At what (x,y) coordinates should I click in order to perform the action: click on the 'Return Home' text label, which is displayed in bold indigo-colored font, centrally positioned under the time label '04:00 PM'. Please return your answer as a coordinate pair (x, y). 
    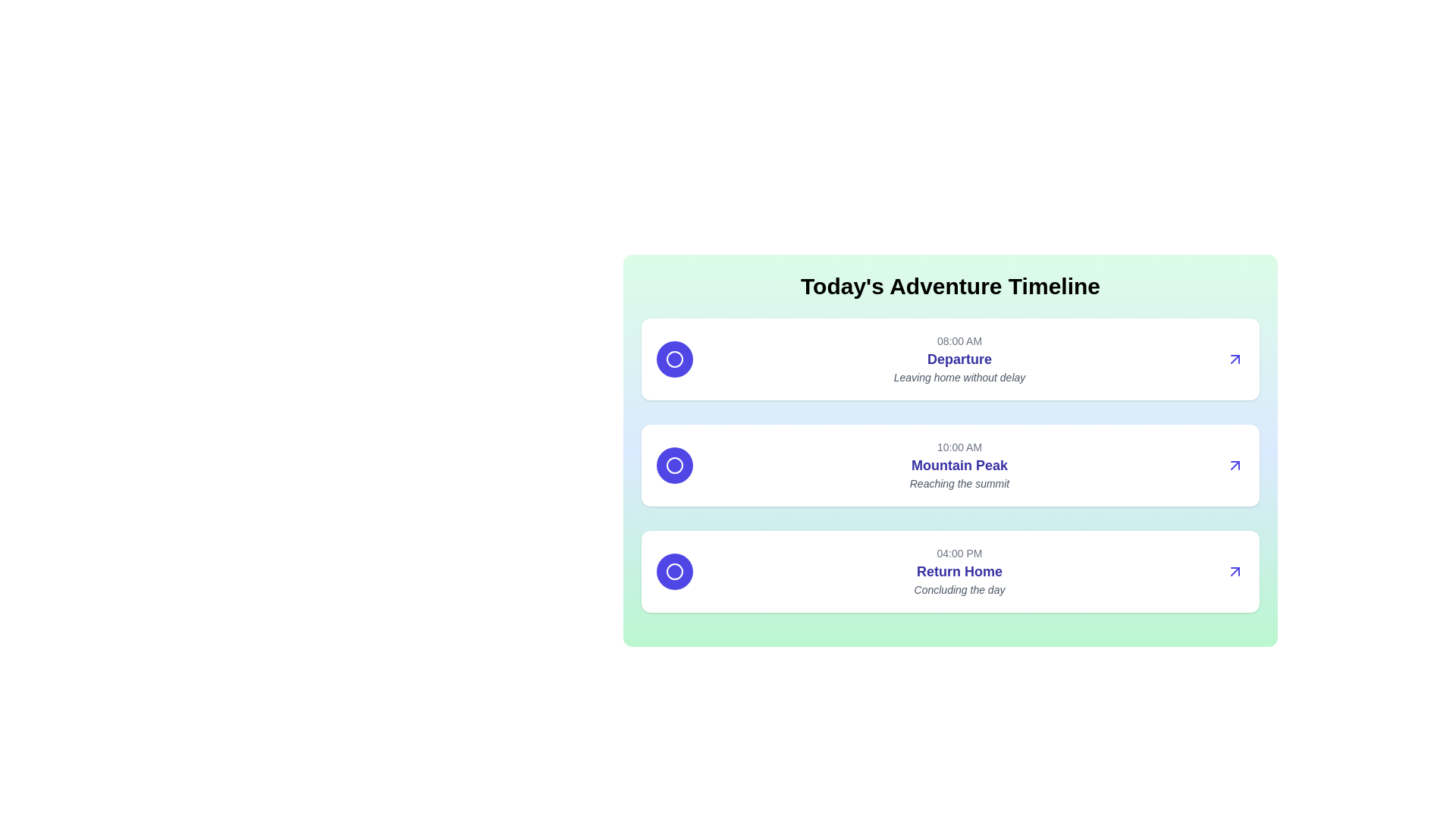
    Looking at the image, I should click on (959, 571).